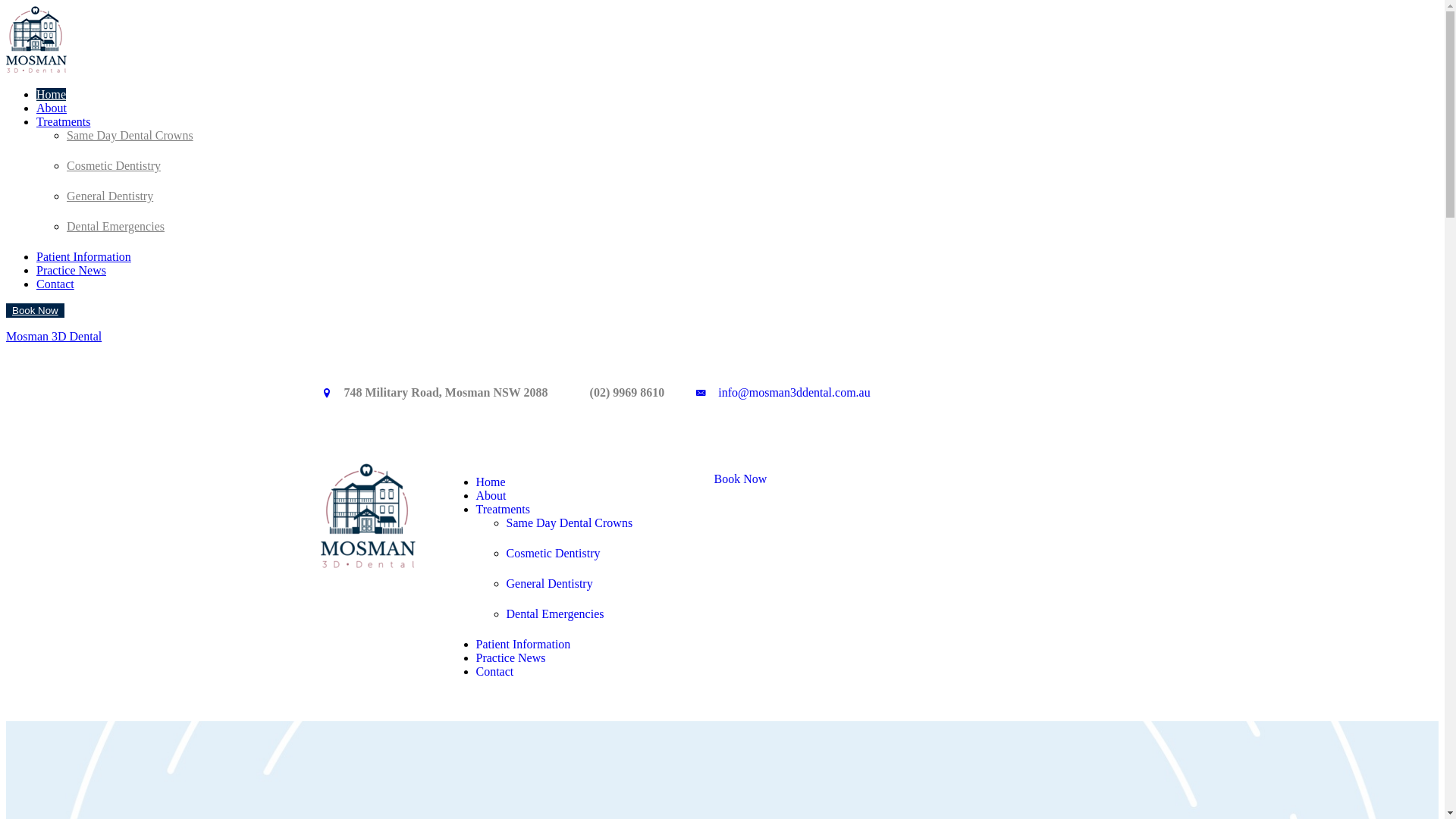 This screenshot has height=819, width=1456. What do you see at coordinates (54, 335) in the screenshot?
I see `'Mosman 3D Dental'` at bounding box center [54, 335].